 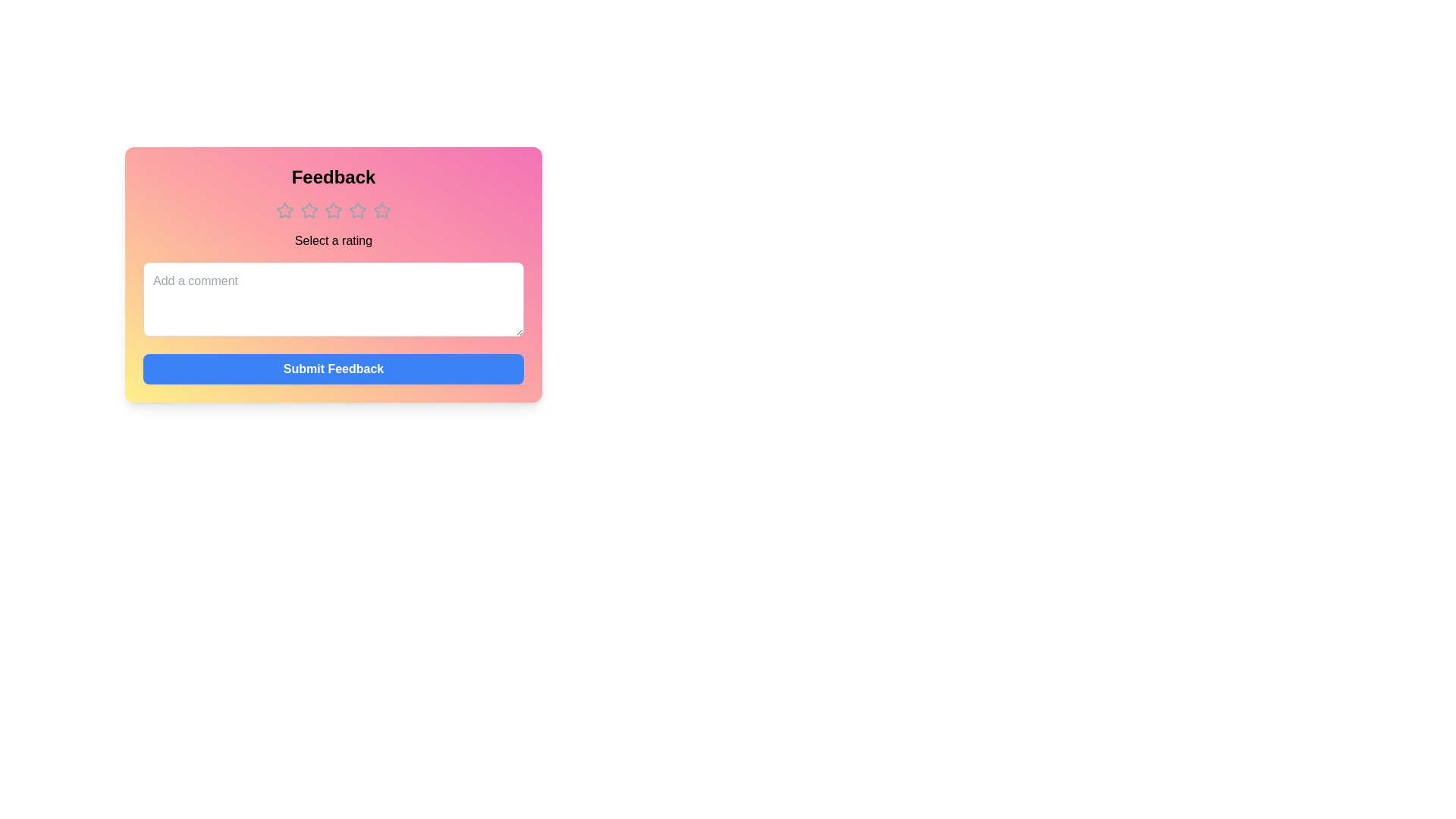 I want to click on the star corresponding to 1 to see its description, so click(x=284, y=210).